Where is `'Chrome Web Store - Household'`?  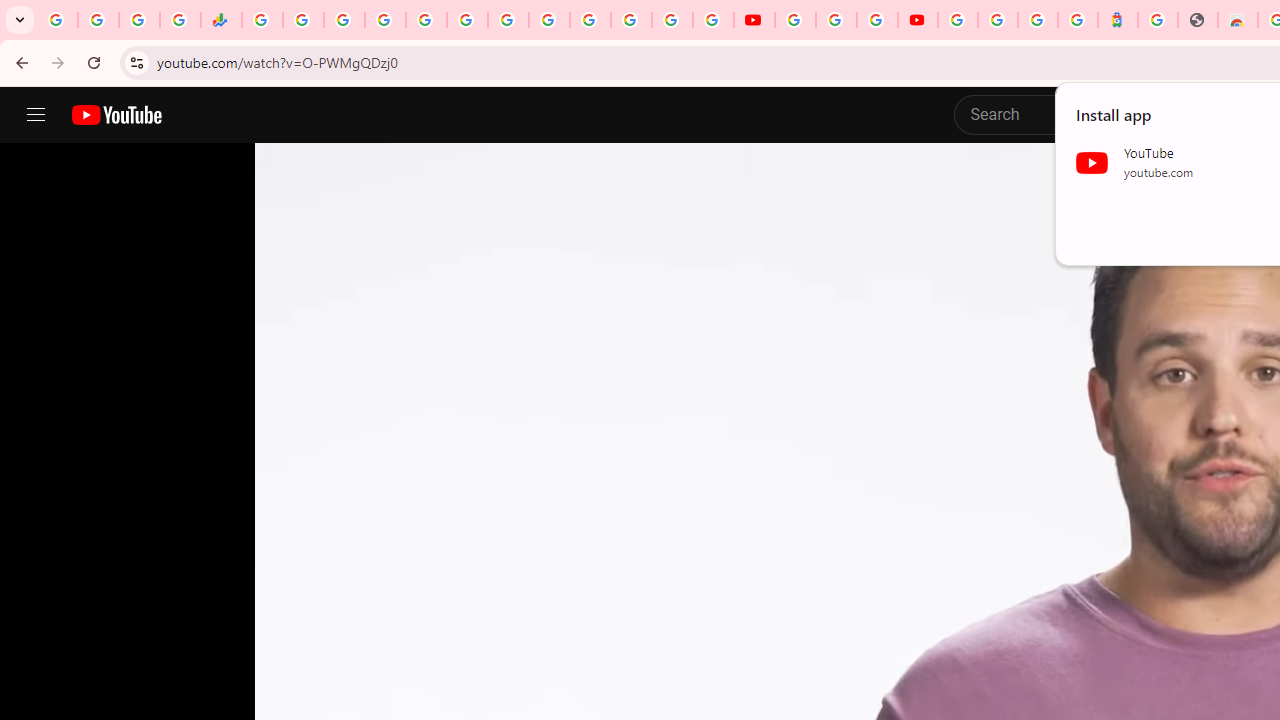
'Chrome Web Store - Household' is located at coordinates (1237, 20).